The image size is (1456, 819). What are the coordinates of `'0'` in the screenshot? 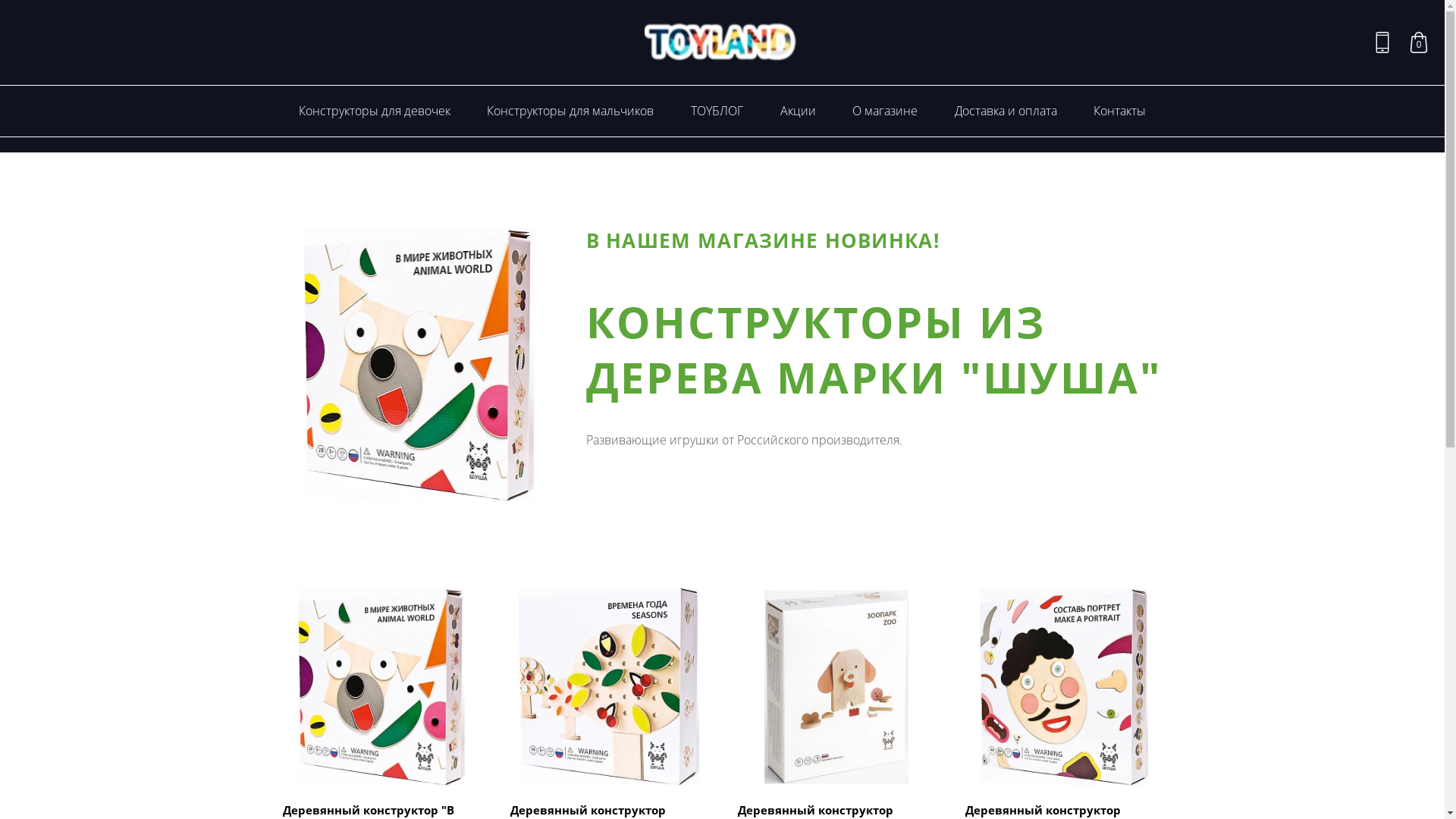 It's located at (1418, 42).